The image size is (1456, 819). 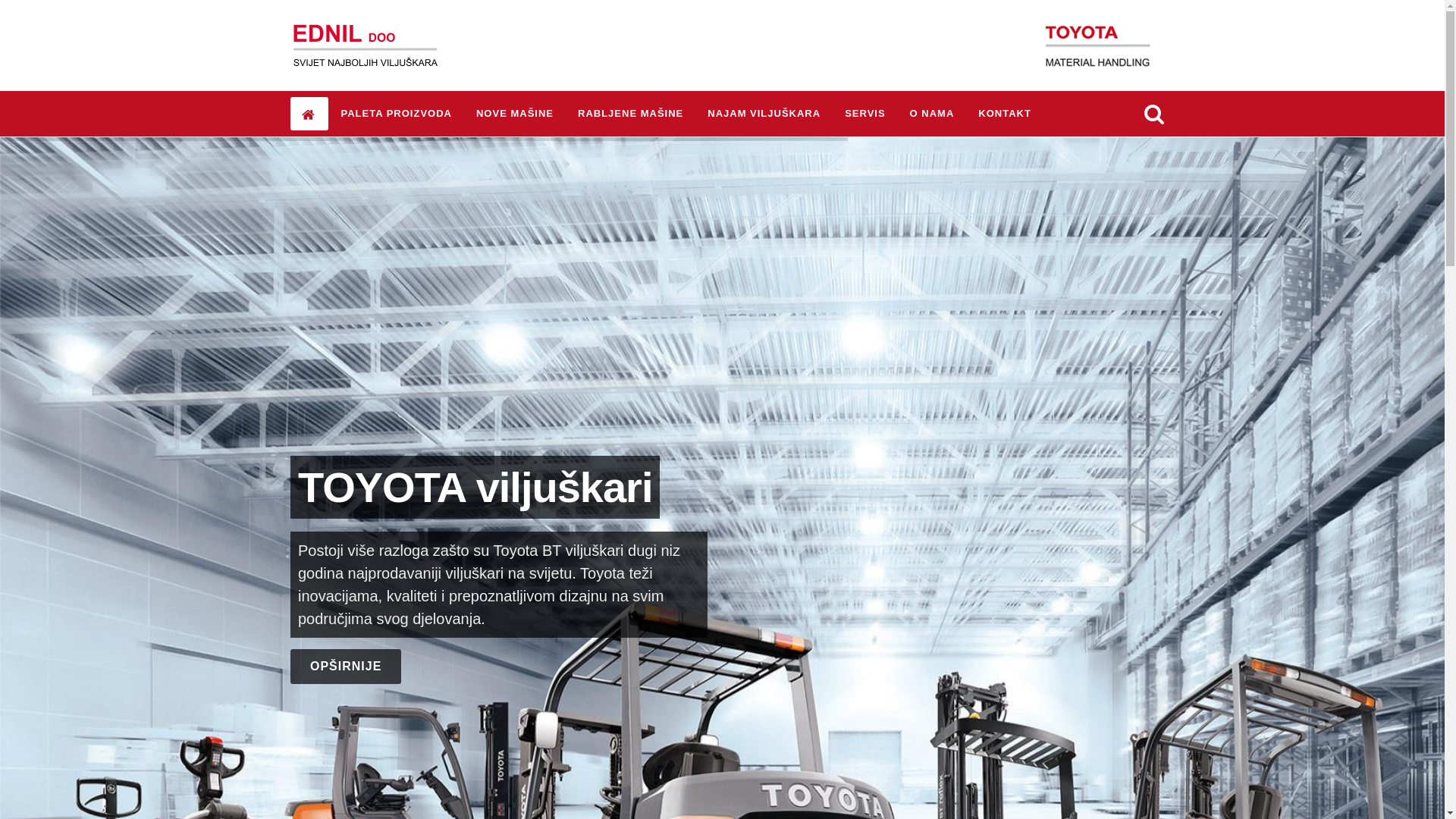 I want to click on 'O NAMA', so click(x=931, y=113).